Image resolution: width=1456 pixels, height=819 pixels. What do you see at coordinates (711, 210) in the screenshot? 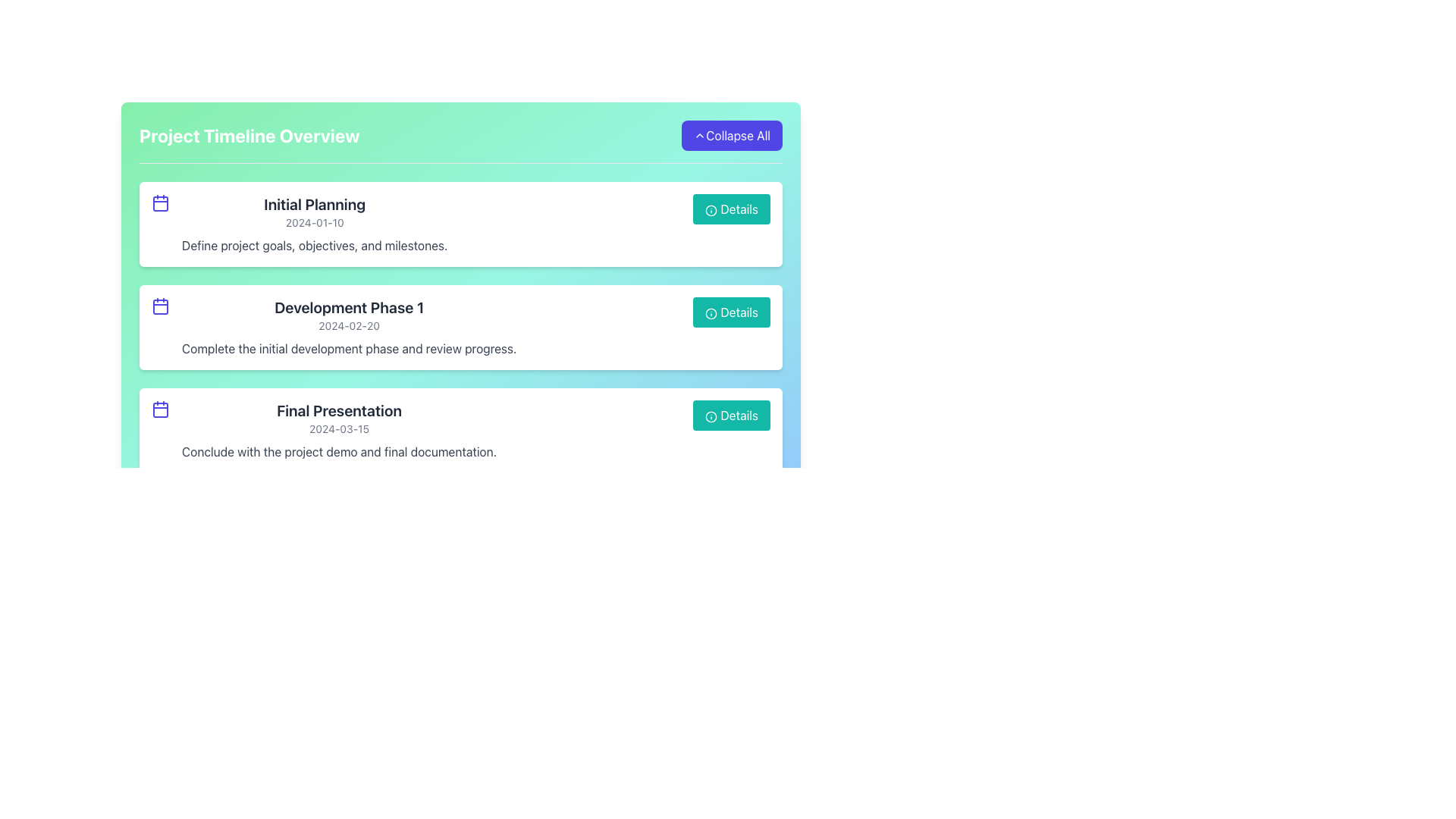
I see `the green outlined circular SVG element contained within the 'Details' button of the first timeline item, 'Initial Planning'` at bounding box center [711, 210].